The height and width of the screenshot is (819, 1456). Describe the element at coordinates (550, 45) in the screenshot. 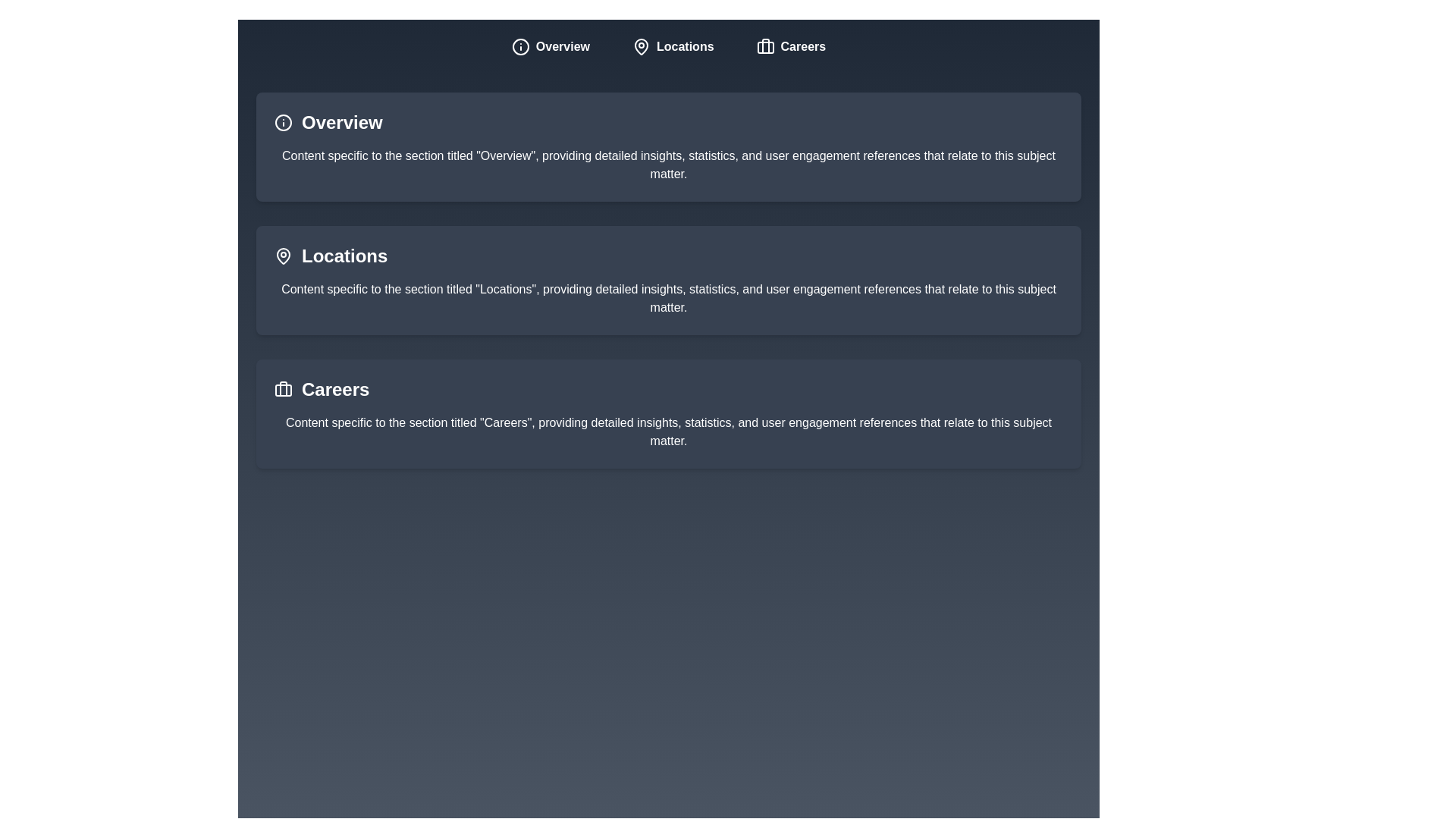

I see `the navigation button displaying an information symbol and the text 'Overview'` at that location.